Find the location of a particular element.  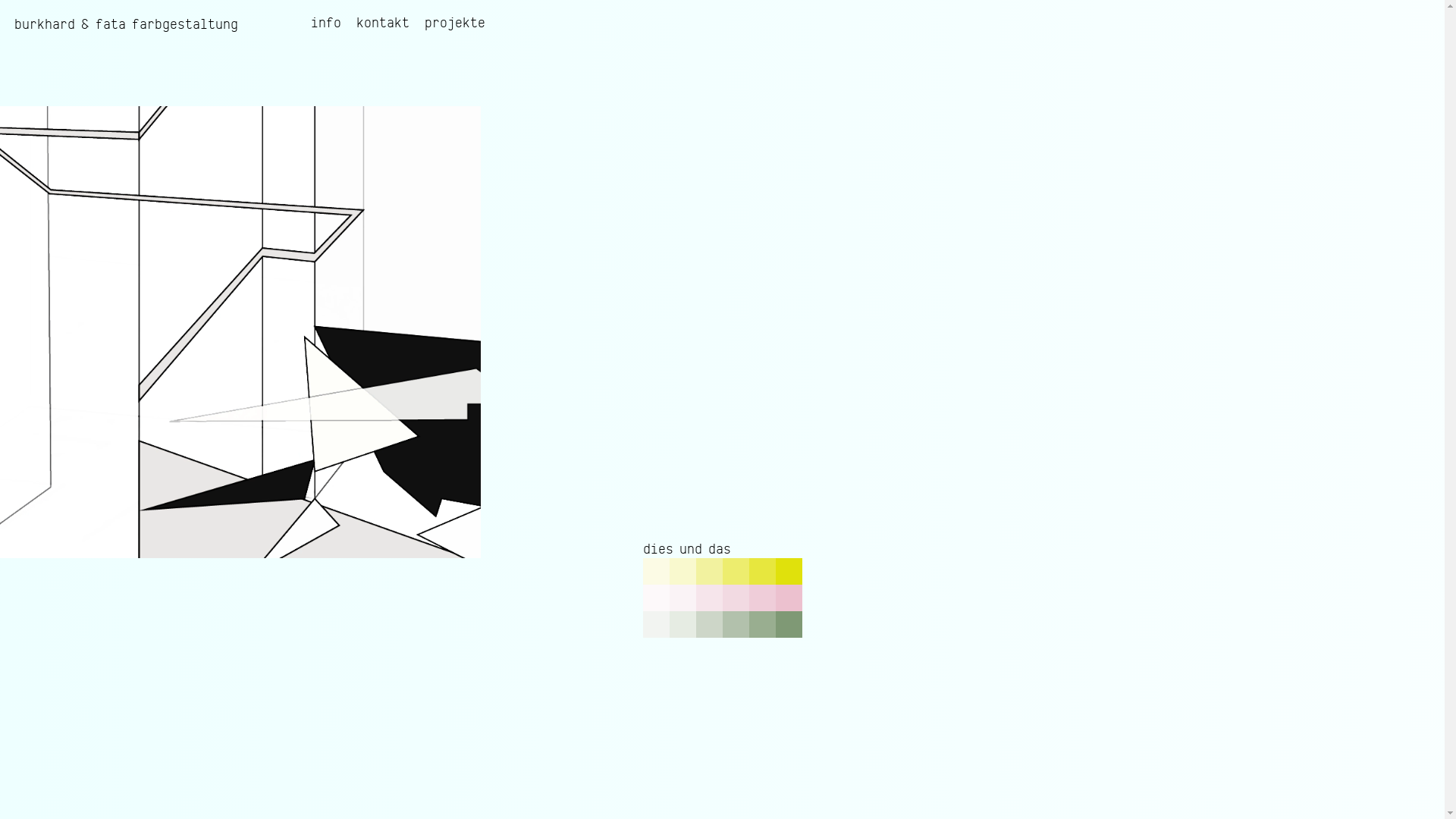

'kontakt' is located at coordinates (382, 23).